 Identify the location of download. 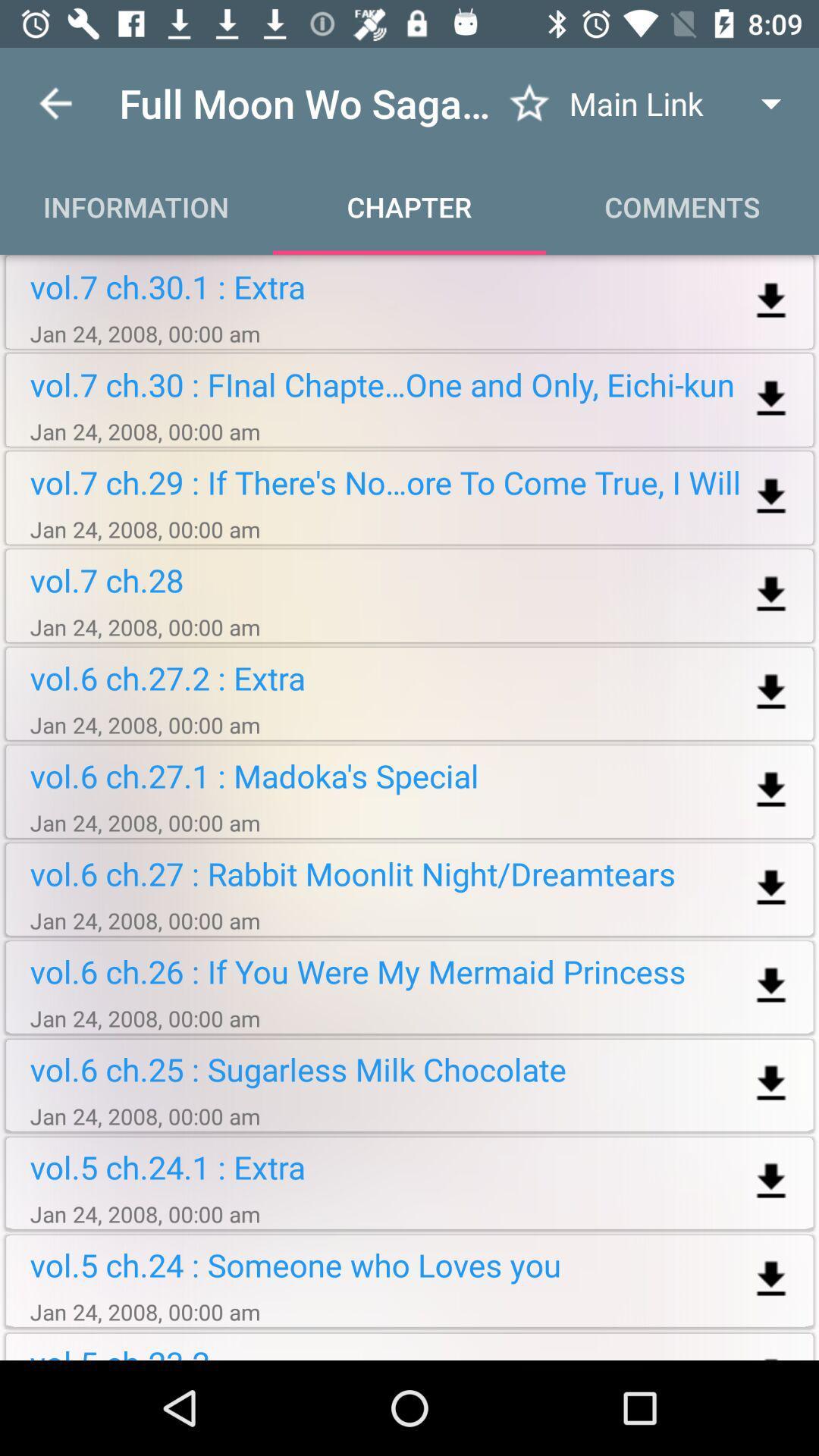
(771, 692).